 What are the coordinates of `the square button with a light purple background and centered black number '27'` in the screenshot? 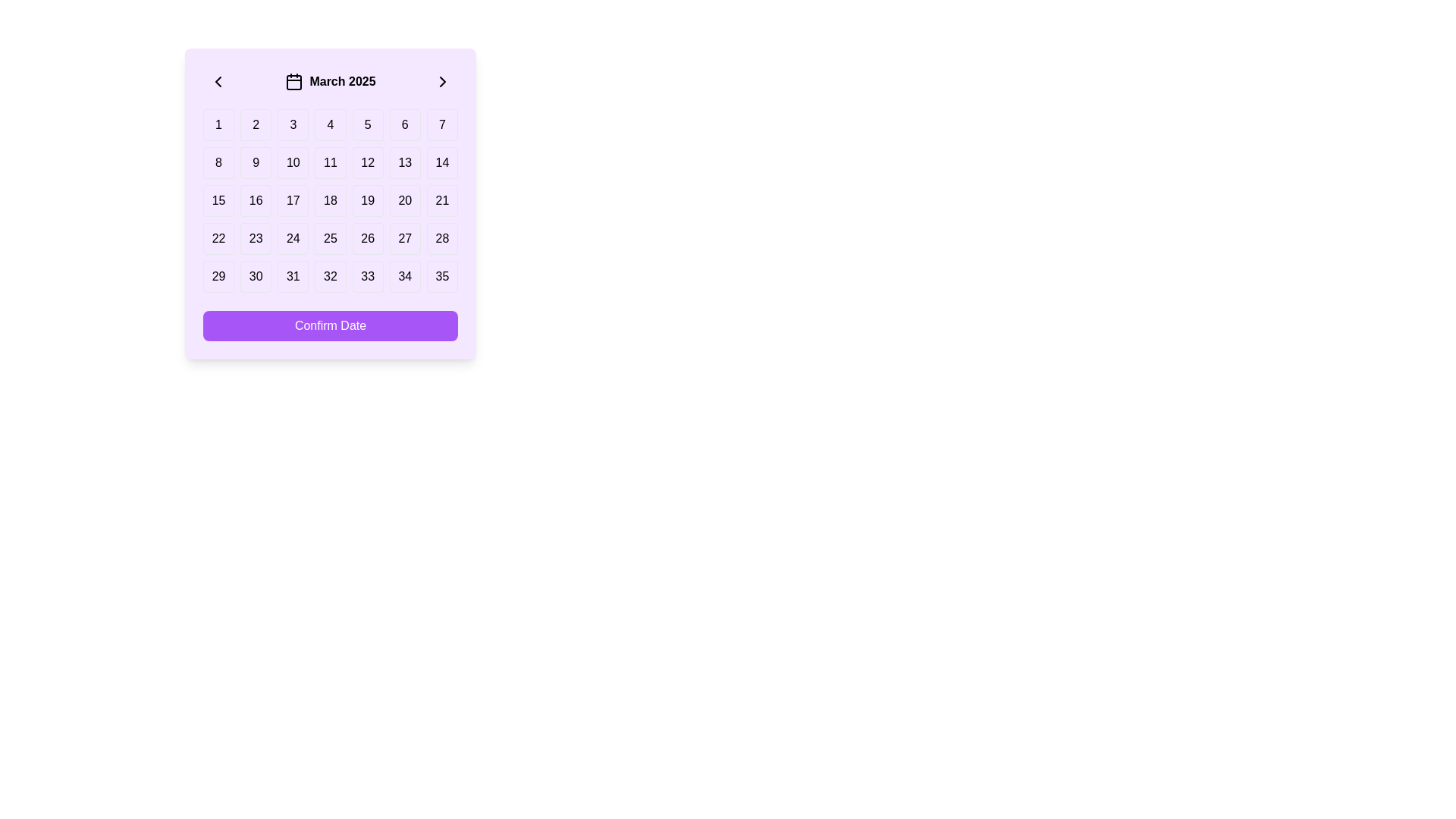 It's located at (404, 239).